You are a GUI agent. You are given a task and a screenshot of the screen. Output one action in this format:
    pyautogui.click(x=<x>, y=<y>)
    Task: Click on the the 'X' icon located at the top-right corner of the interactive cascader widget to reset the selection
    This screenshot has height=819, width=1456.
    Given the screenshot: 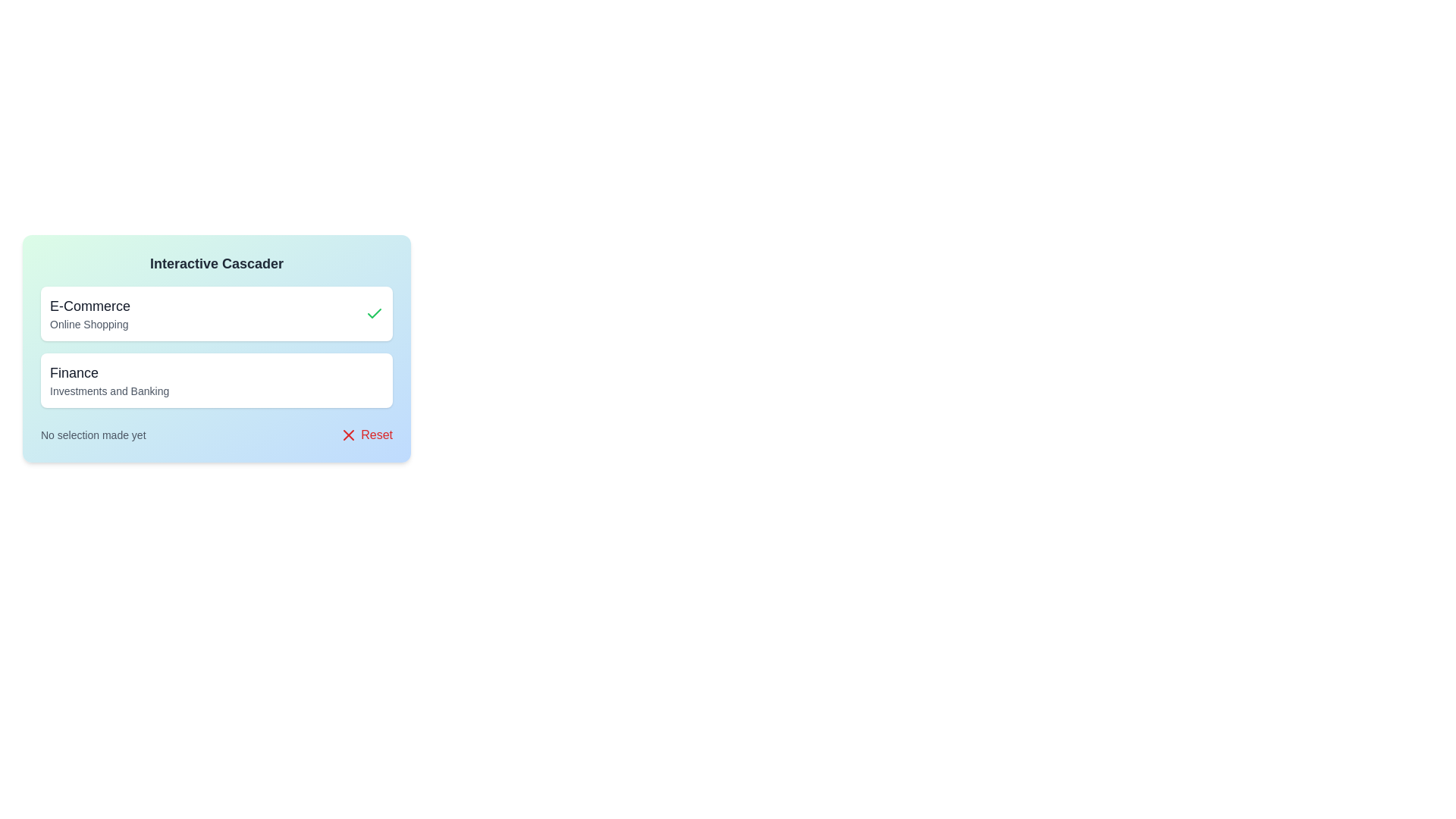 What is the action you would take?
    pyautogui.click(x=348, y=435)
    